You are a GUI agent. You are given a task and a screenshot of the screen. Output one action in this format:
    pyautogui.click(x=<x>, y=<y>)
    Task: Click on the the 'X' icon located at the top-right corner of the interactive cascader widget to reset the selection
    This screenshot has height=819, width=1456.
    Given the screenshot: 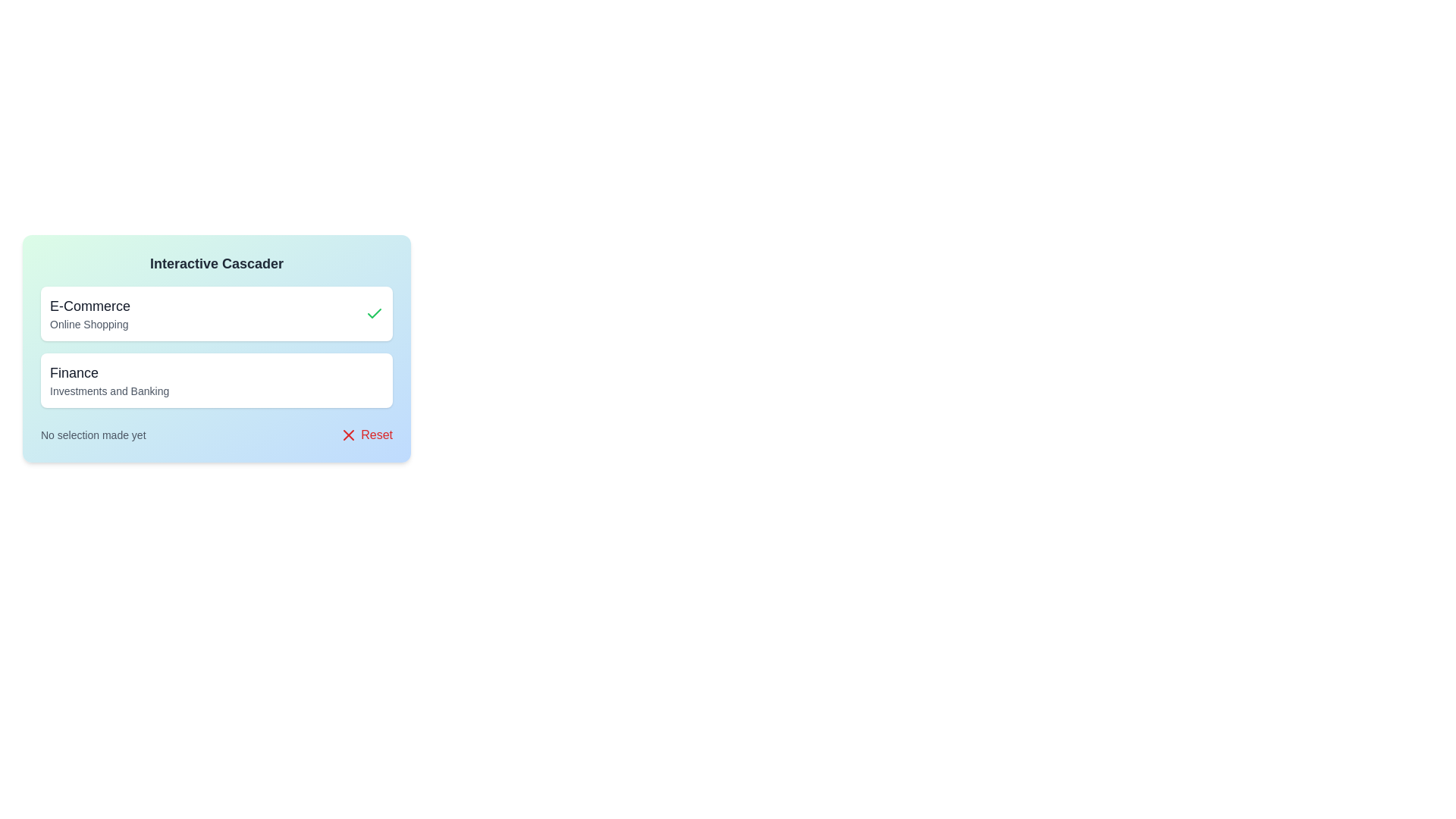 What is the action you would take?
    pyautogui.click(x=348, y=435)
    